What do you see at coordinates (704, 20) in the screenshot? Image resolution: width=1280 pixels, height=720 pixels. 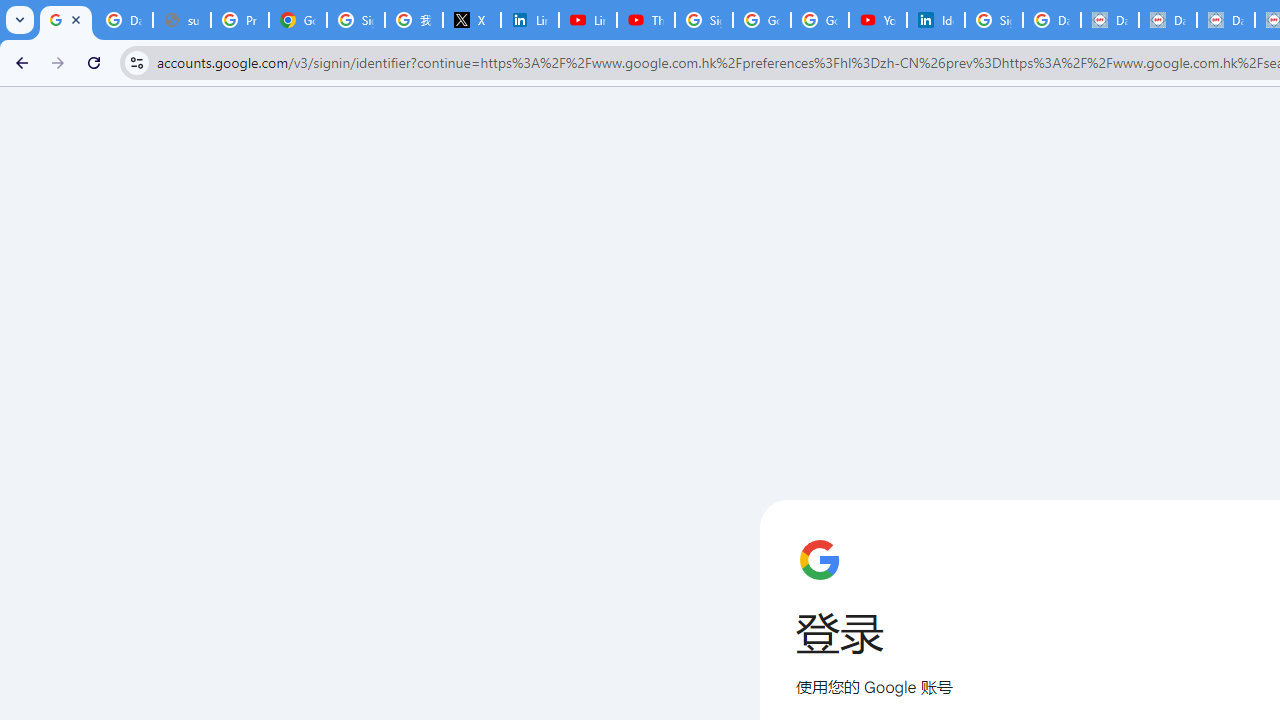 I see `'Sign in - Google Accounts'` at bounding box center [704, 20].